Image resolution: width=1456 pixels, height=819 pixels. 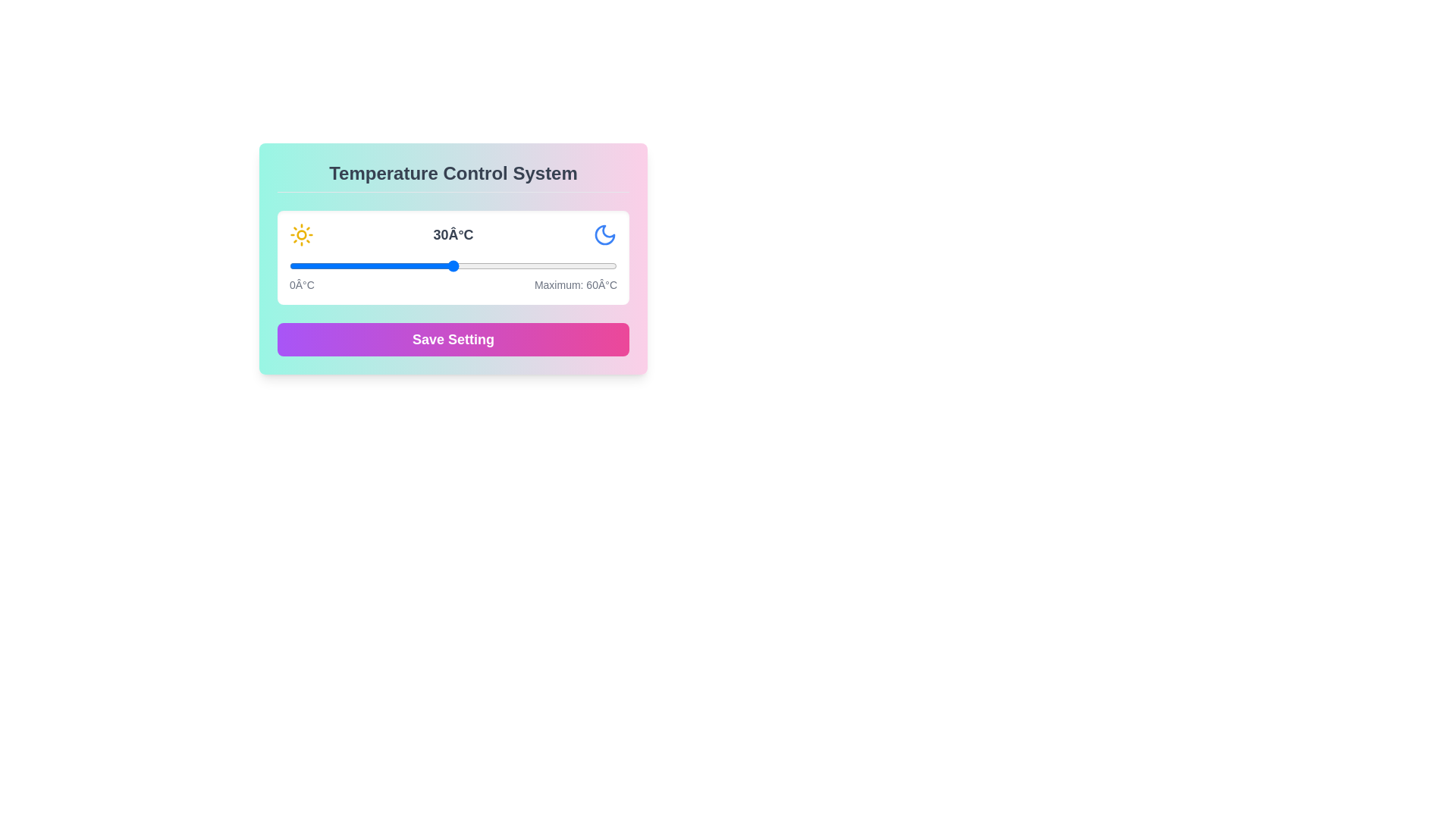 What do you see at coordinates (327, 265) in the screenshot?
I see `the temperature slider to set the temperature to 7°C` at bounding box center [327, 265].